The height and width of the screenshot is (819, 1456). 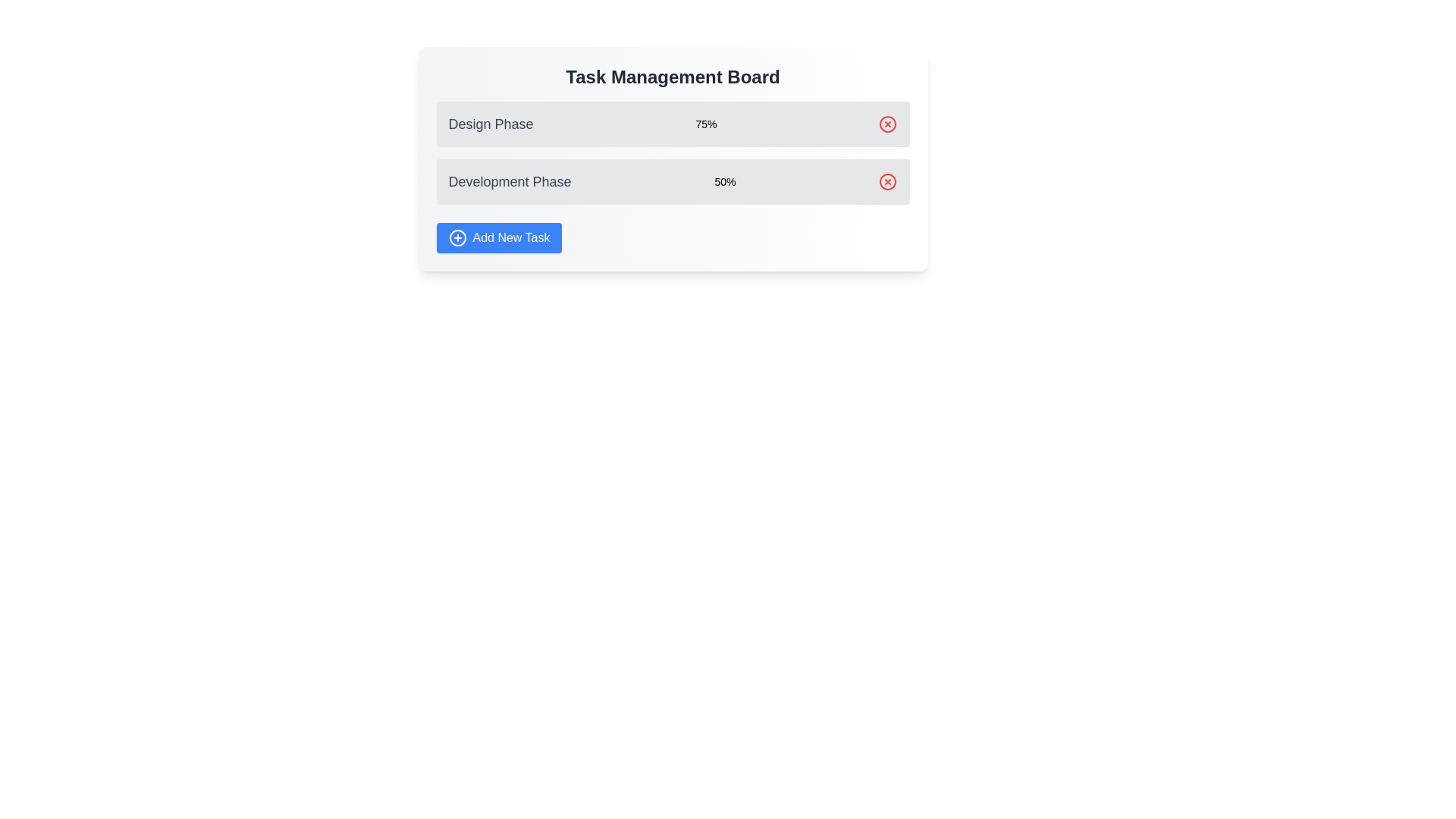 I want to click on the text label displaying '75%' in plain black text, located to the right of the 'Design Phase' title and before the red circular button, so click(x=705, y=124).